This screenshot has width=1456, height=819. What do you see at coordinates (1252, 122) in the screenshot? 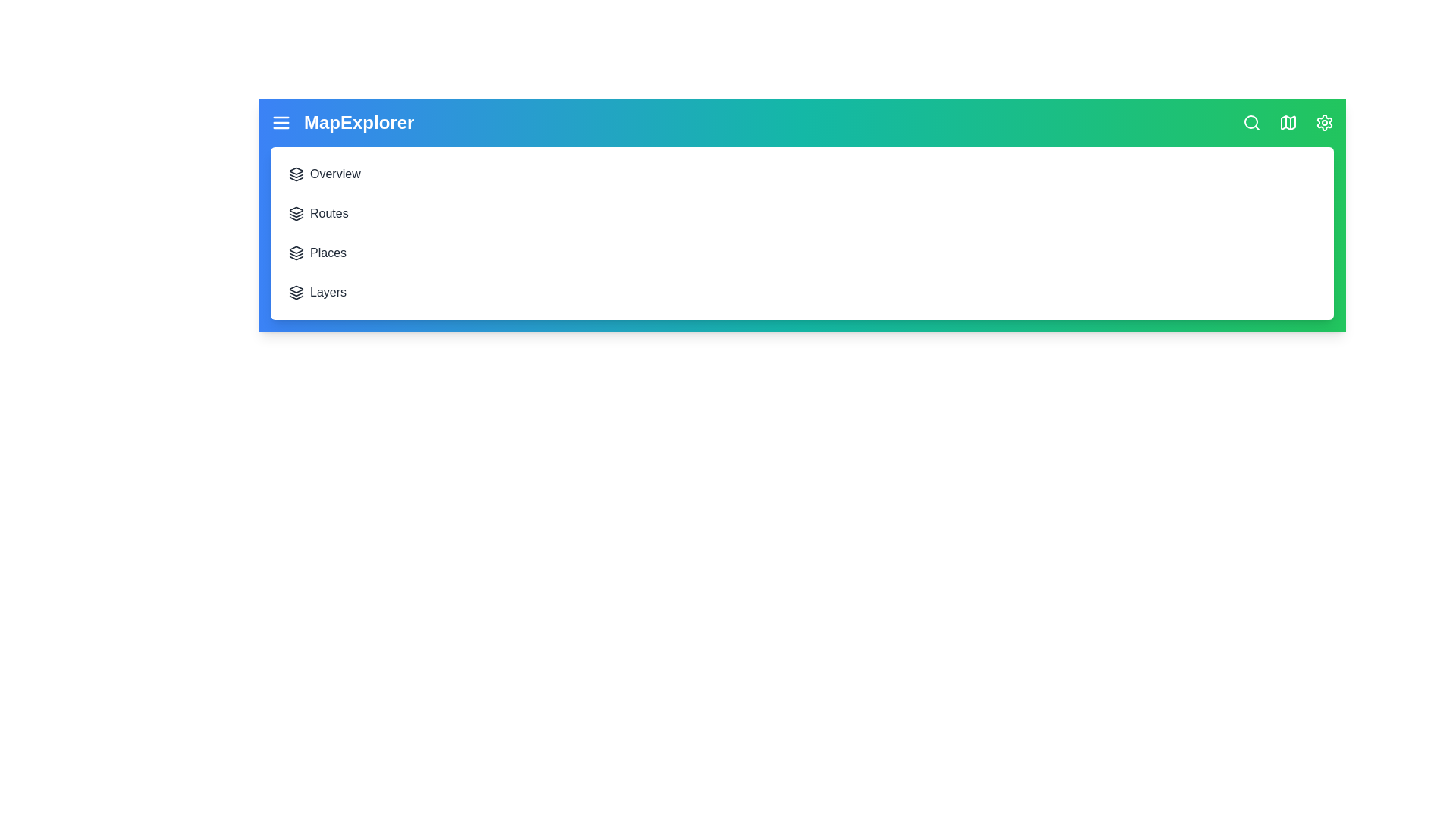
I see `the search icon to activate the search function` at bounding box center [1252, 122].